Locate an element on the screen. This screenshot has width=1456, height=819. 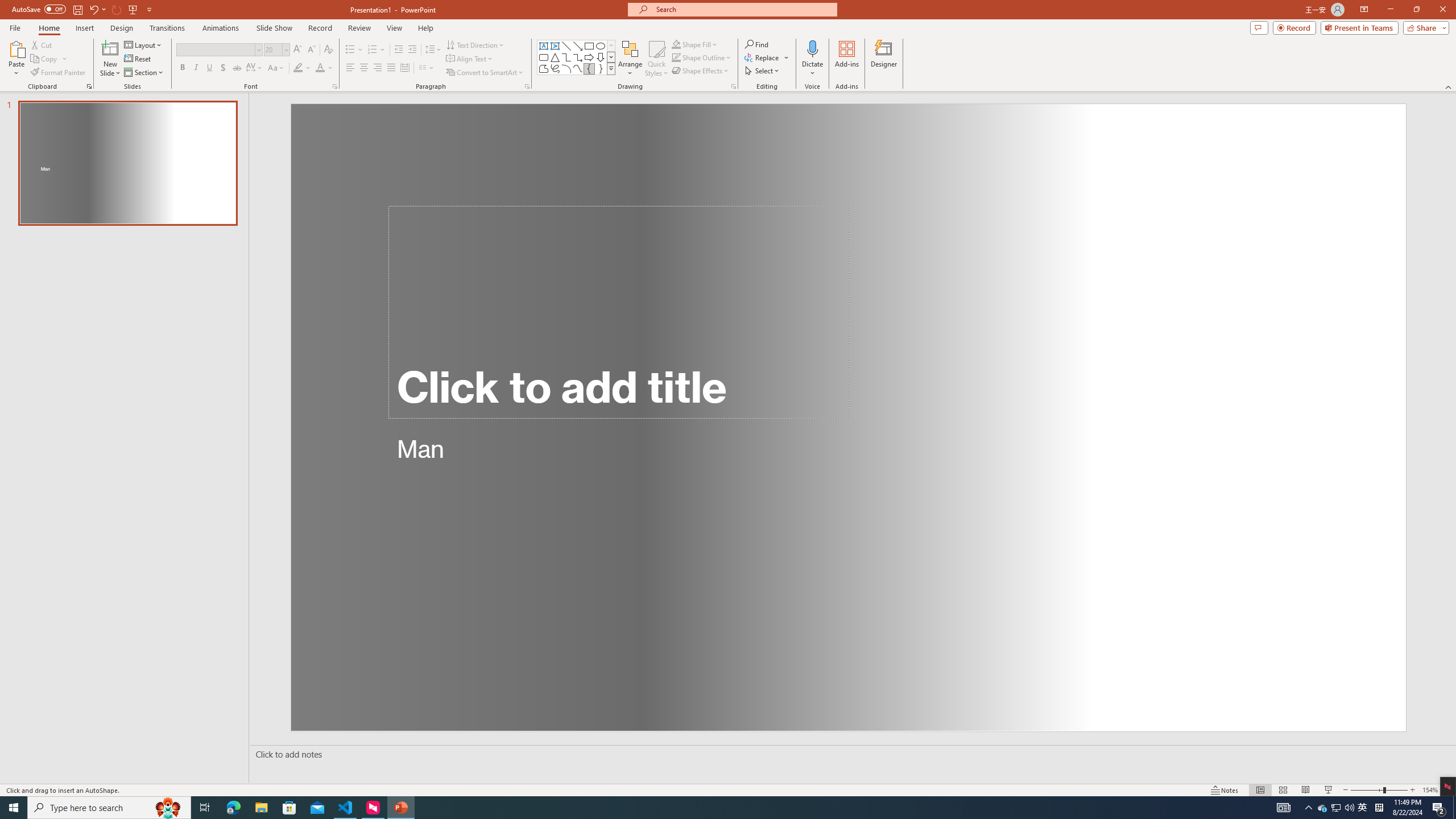
'Underline' is located at coordinates (209, 67).